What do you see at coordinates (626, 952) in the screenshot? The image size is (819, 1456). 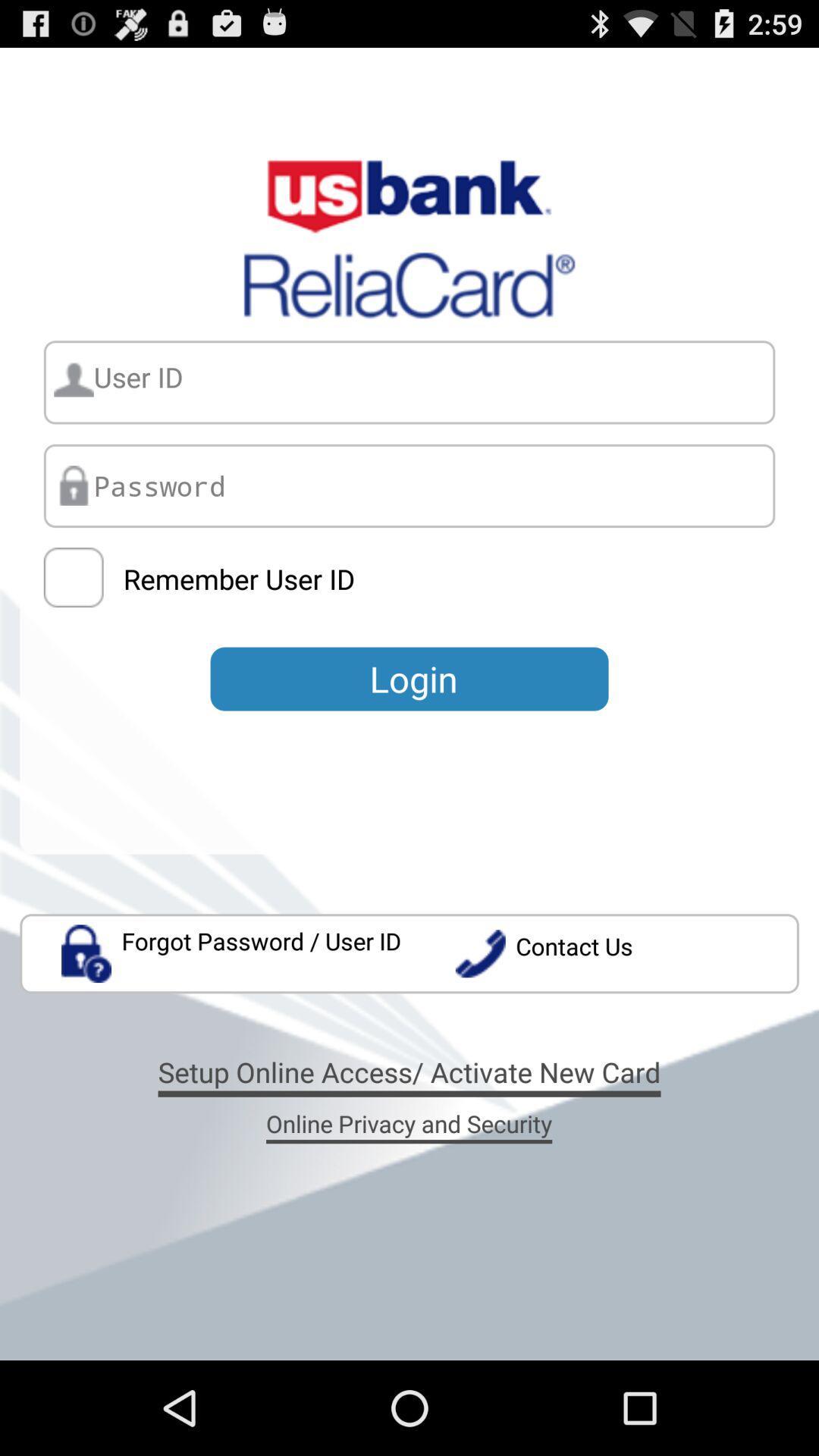 I see `item above setup online access app` at bounding box center [626, 952].